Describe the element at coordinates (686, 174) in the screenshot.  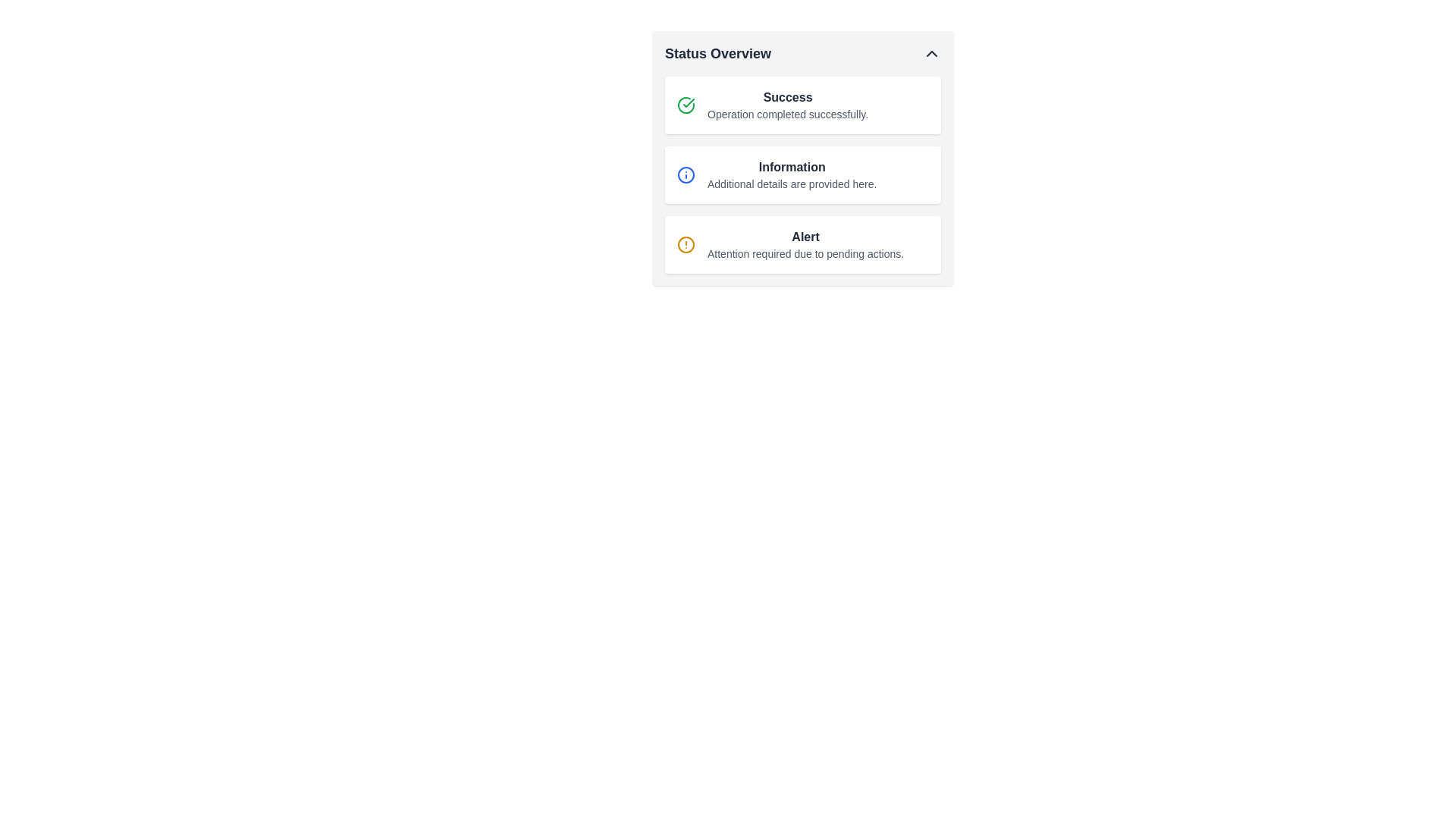
I see `the outer circle of the 'Information' icon, which indicates additional details in the status overview panel, centered horizontally with the text 'Information - Additional details are provided here.'` at that location.